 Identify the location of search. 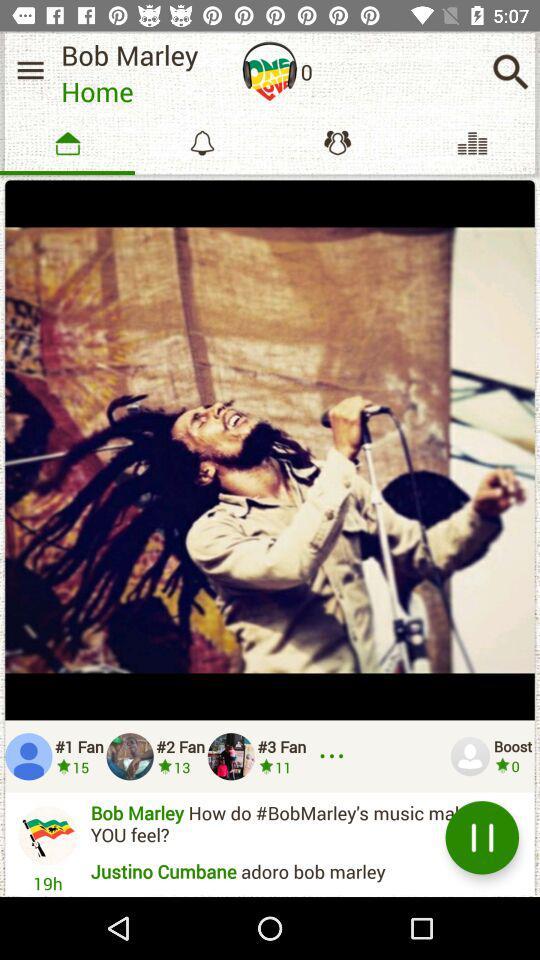
(510, 71).